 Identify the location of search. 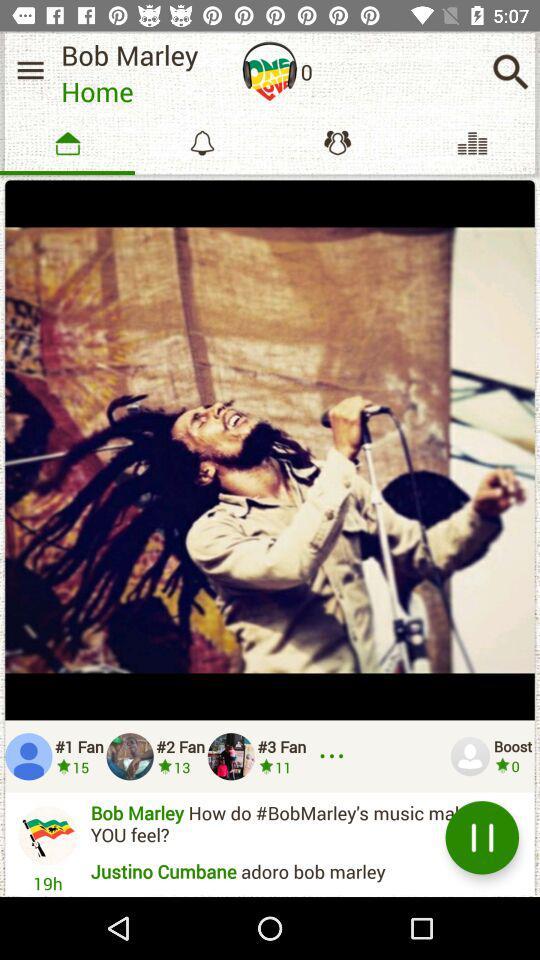
(510, 71).